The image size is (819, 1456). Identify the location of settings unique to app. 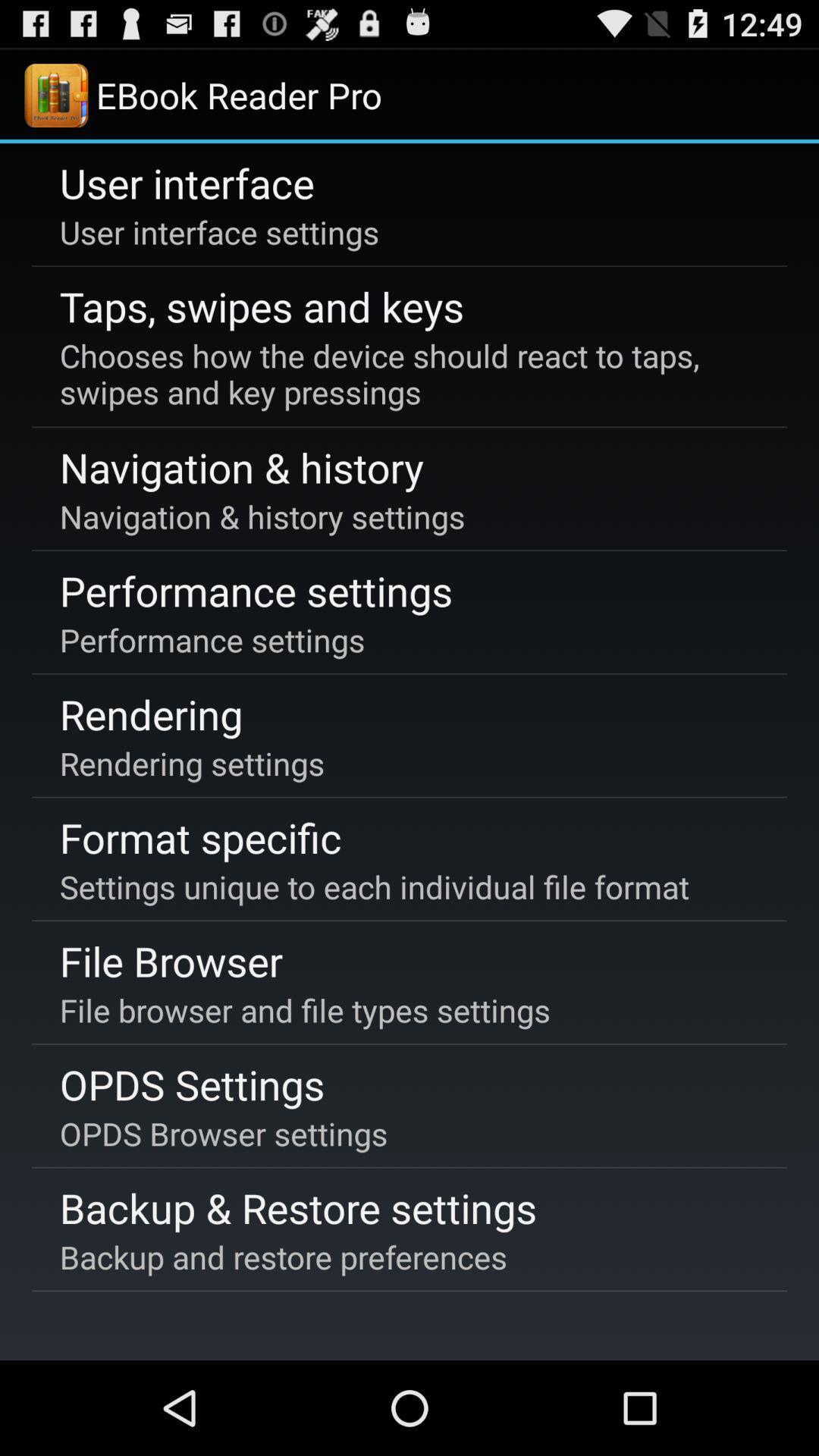
(374, 886).